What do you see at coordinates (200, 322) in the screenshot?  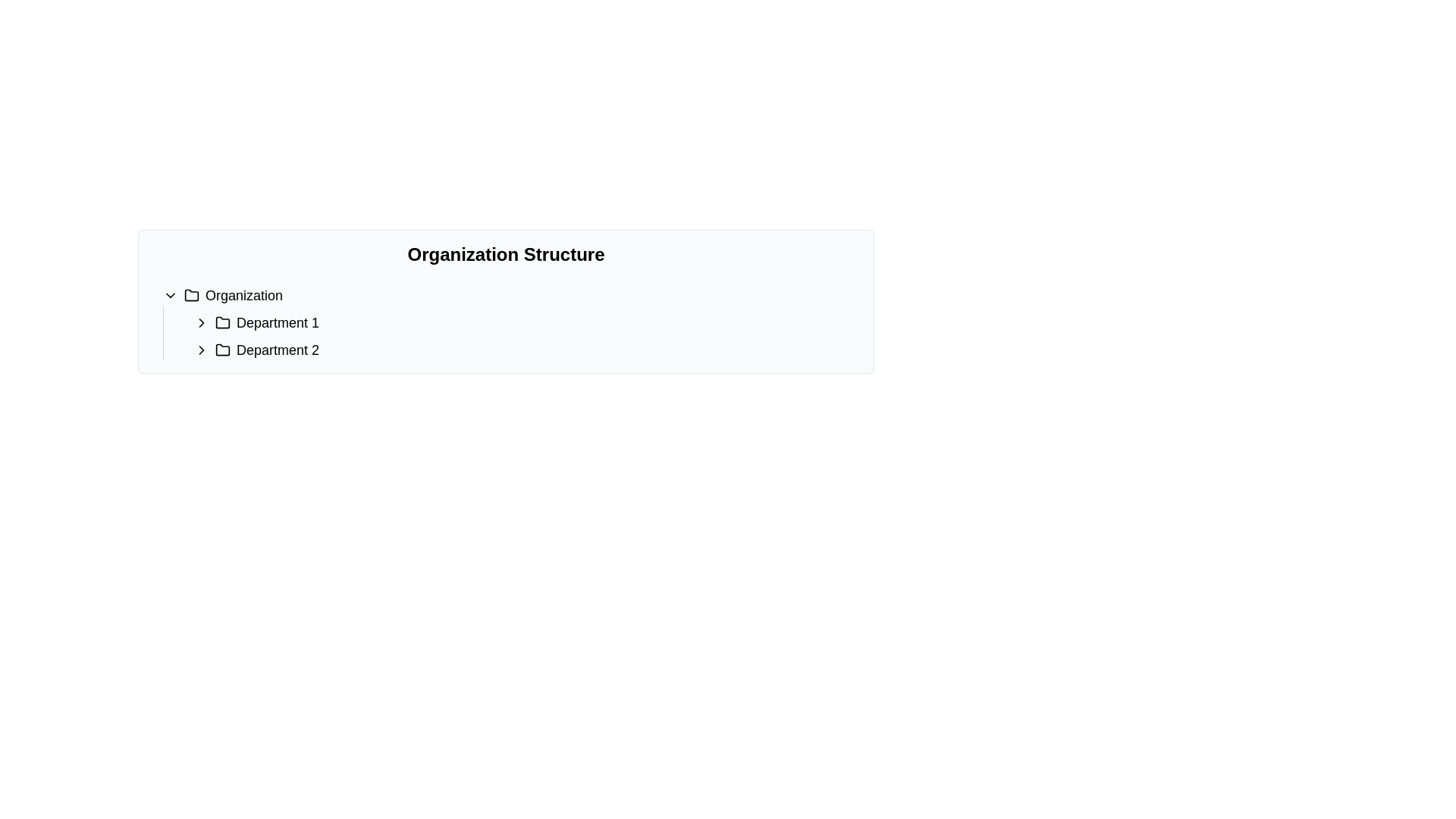 I see `the chevron icon` at bounding box center [200, 322].